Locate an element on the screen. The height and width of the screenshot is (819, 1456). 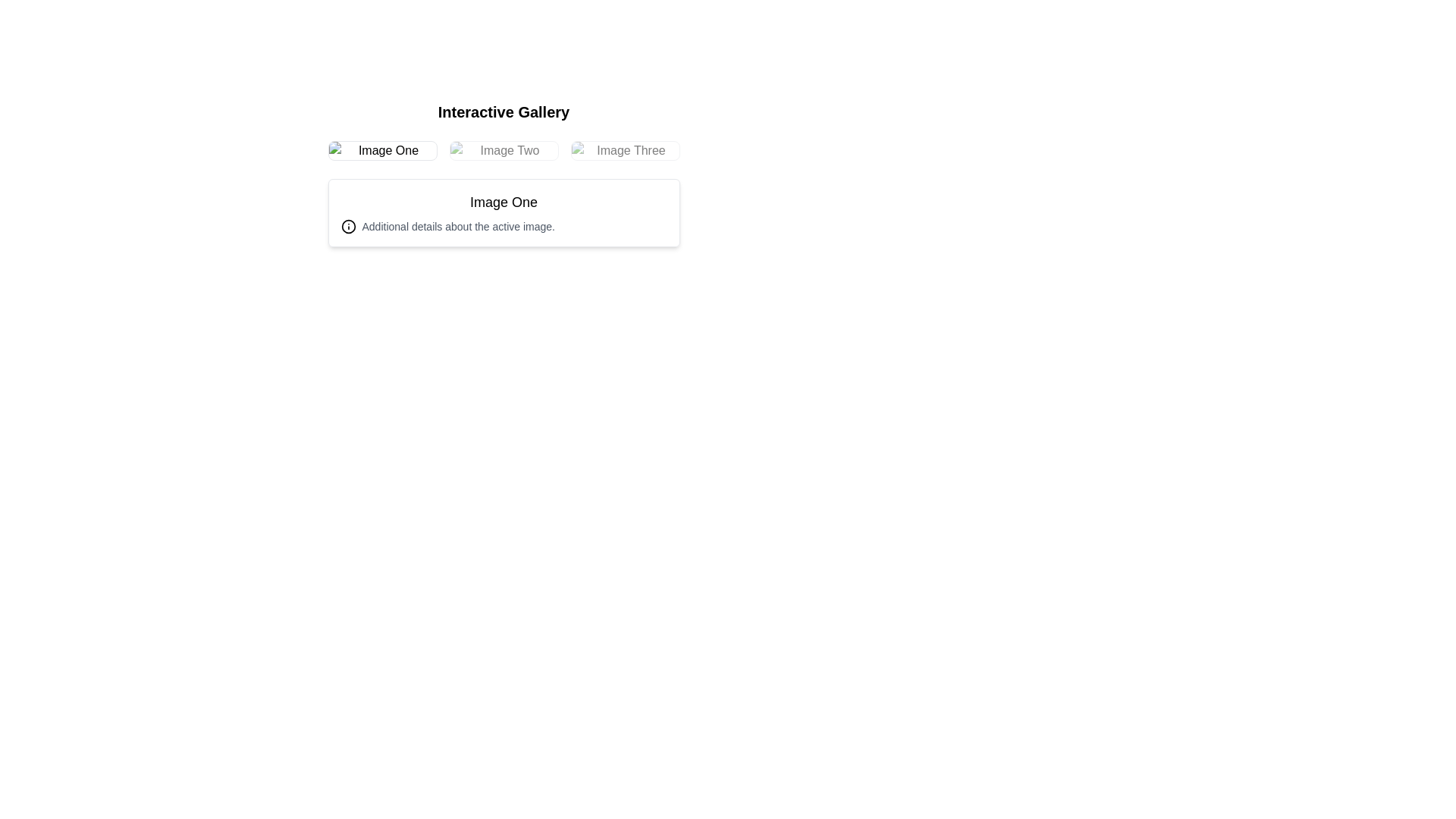
the second image in the grid layout of the Interactive Gallery, which is located between 'Image One' and 'Image Three' is located at coordinates (504, 151).